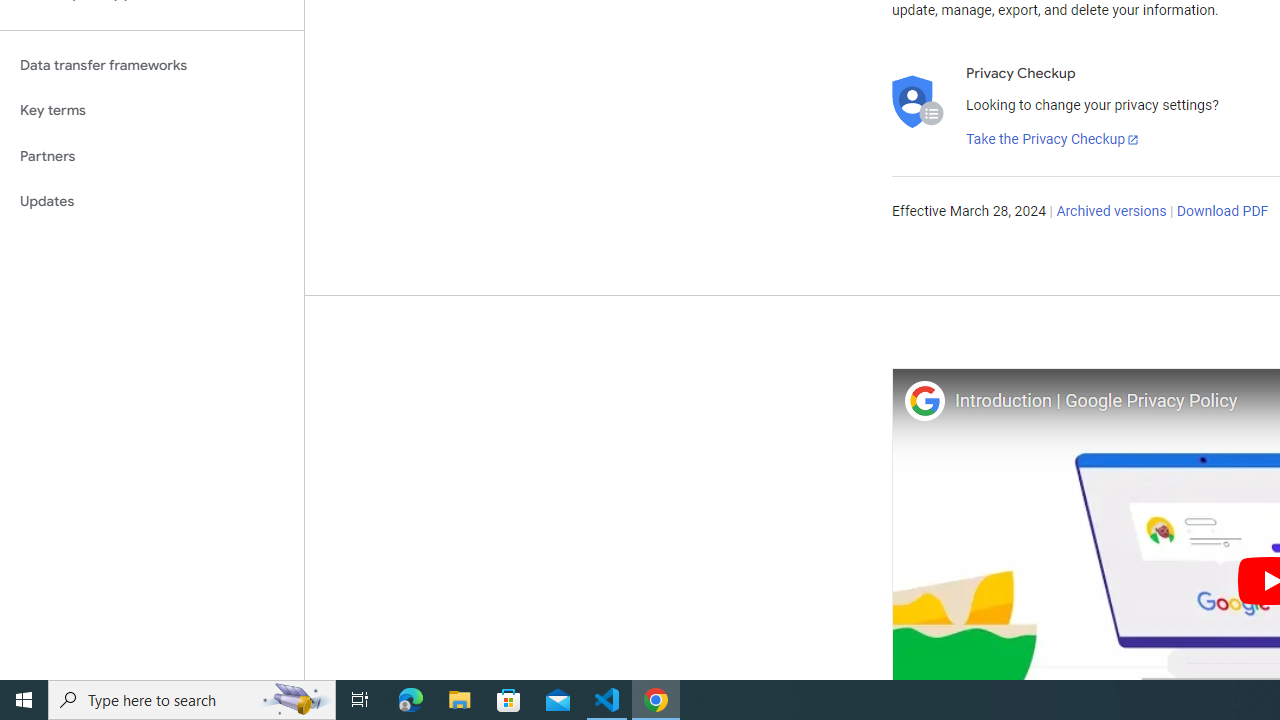 The width and height of the screenshot is (1280, 720). Describe the element at coordinates (1221, 212) in the screenshot. I see `'Download PDF'` at that location.